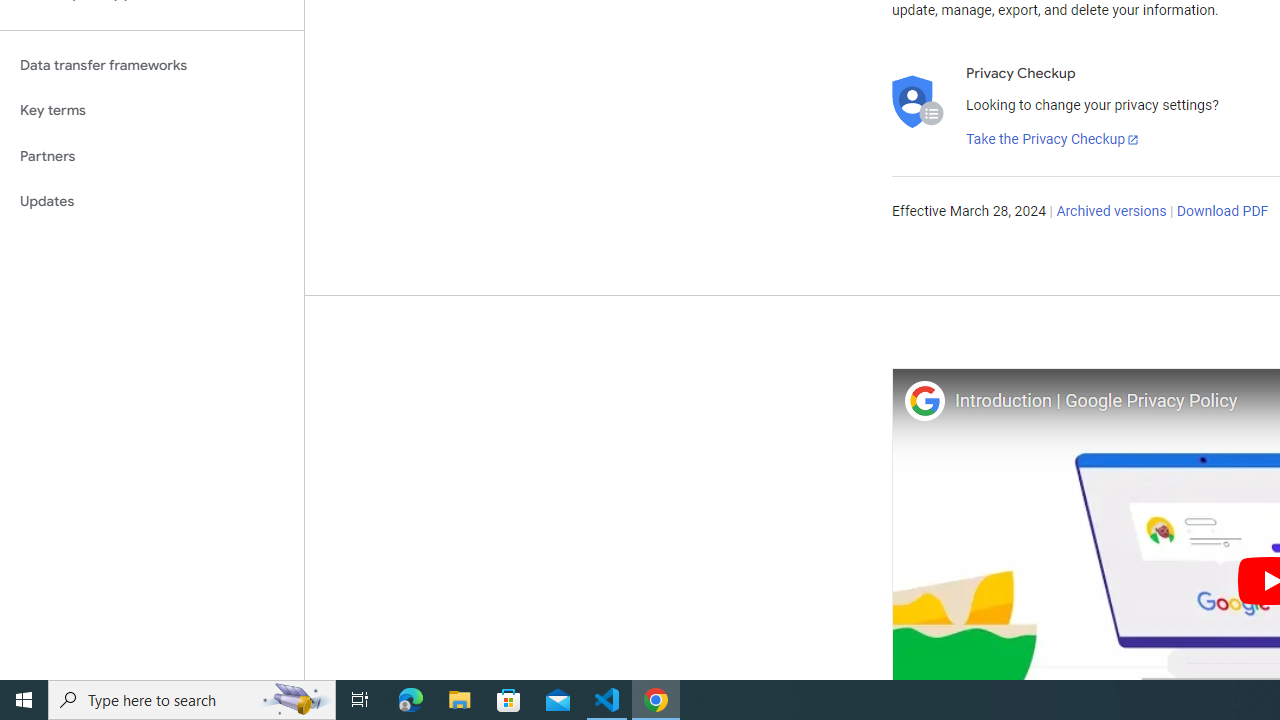 The width and height of the screenshot is (1280, 720). Describe the element at coordinates (1221, 212) in the screenshot. I see `'Download PDF'` at that location.